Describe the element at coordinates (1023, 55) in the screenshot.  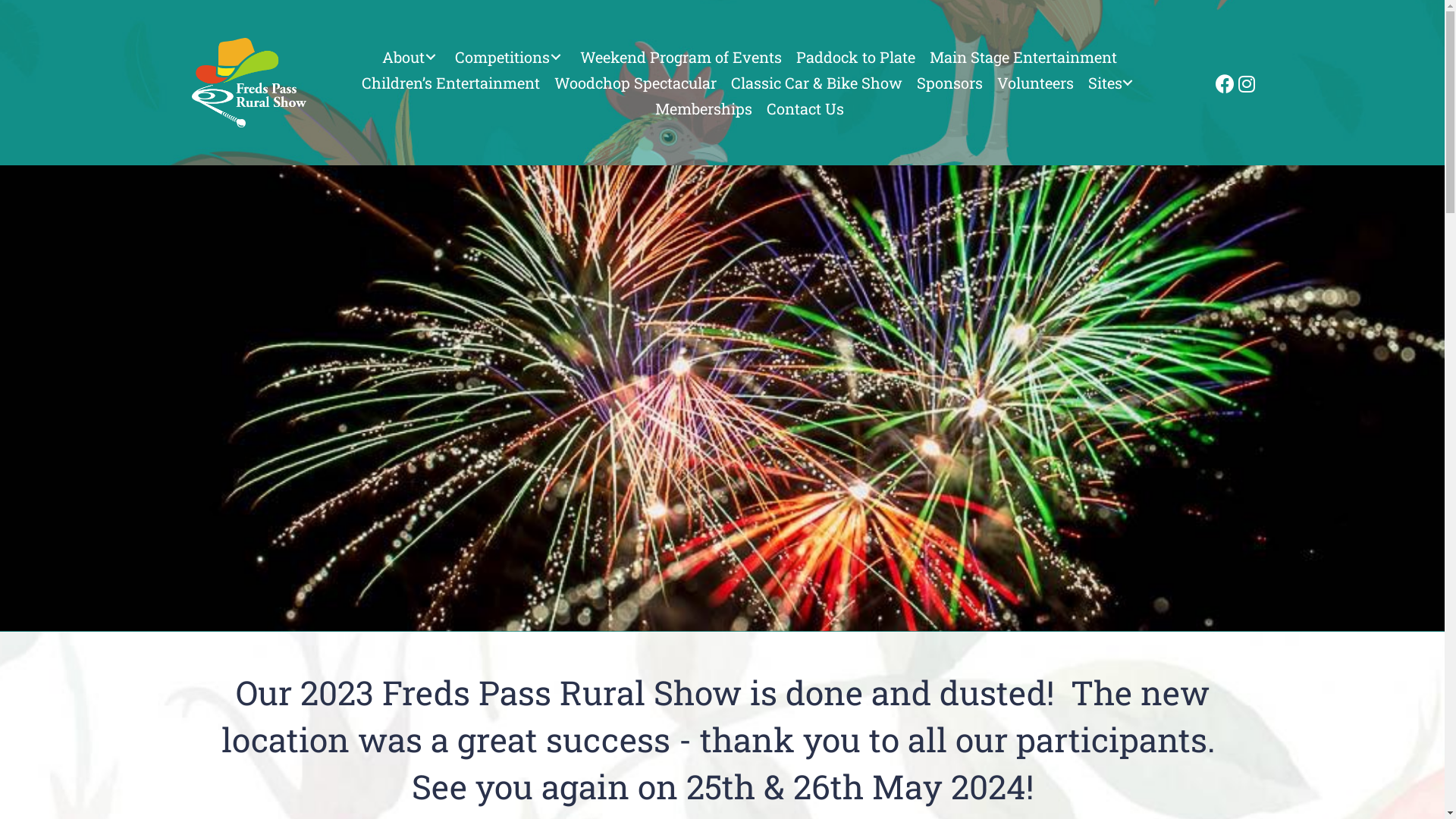
I see `'Main Stage Entertainment'` at that location.